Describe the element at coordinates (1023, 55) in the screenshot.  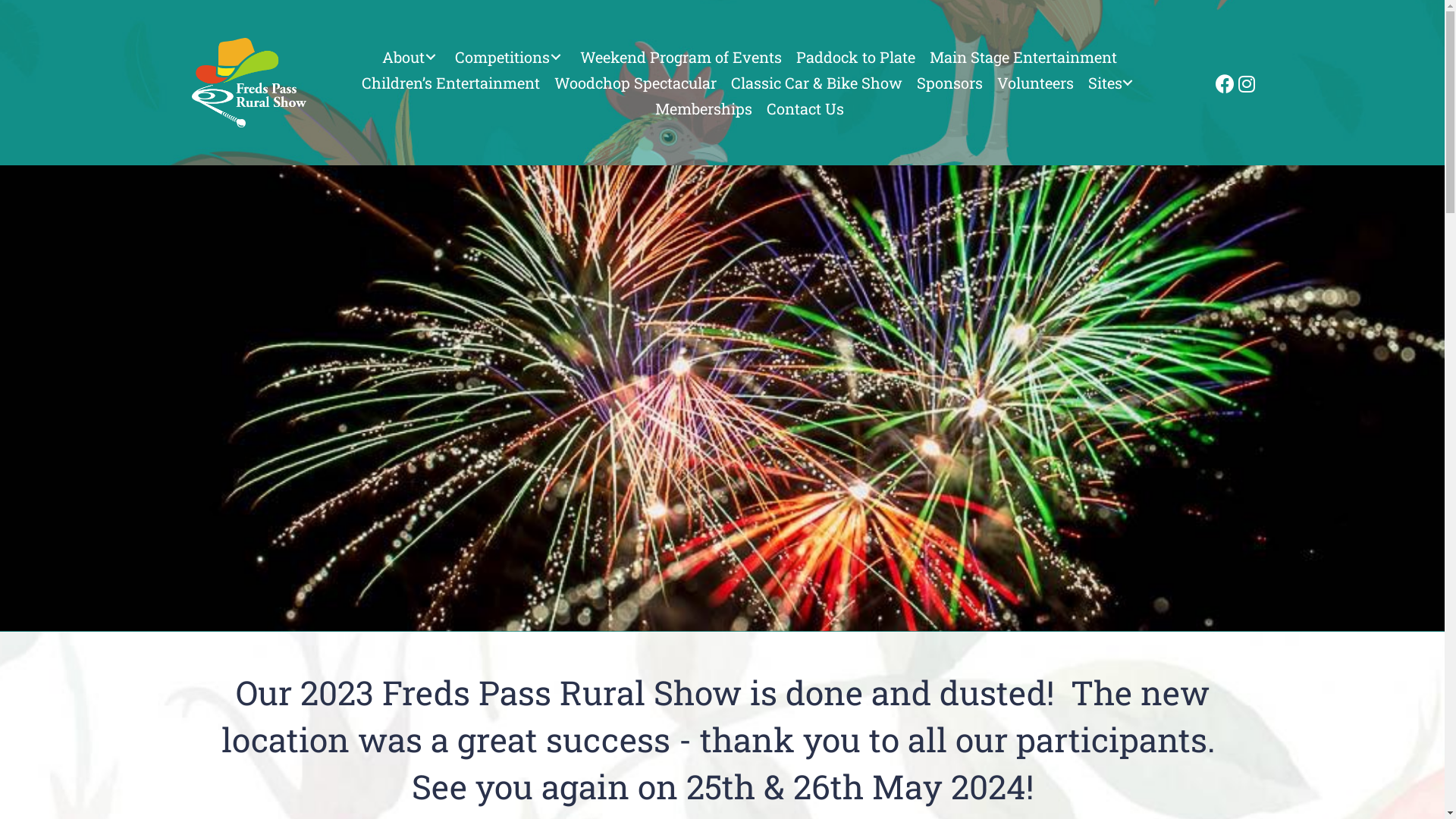
I see `'Main Stage Entertainment'` at that location.